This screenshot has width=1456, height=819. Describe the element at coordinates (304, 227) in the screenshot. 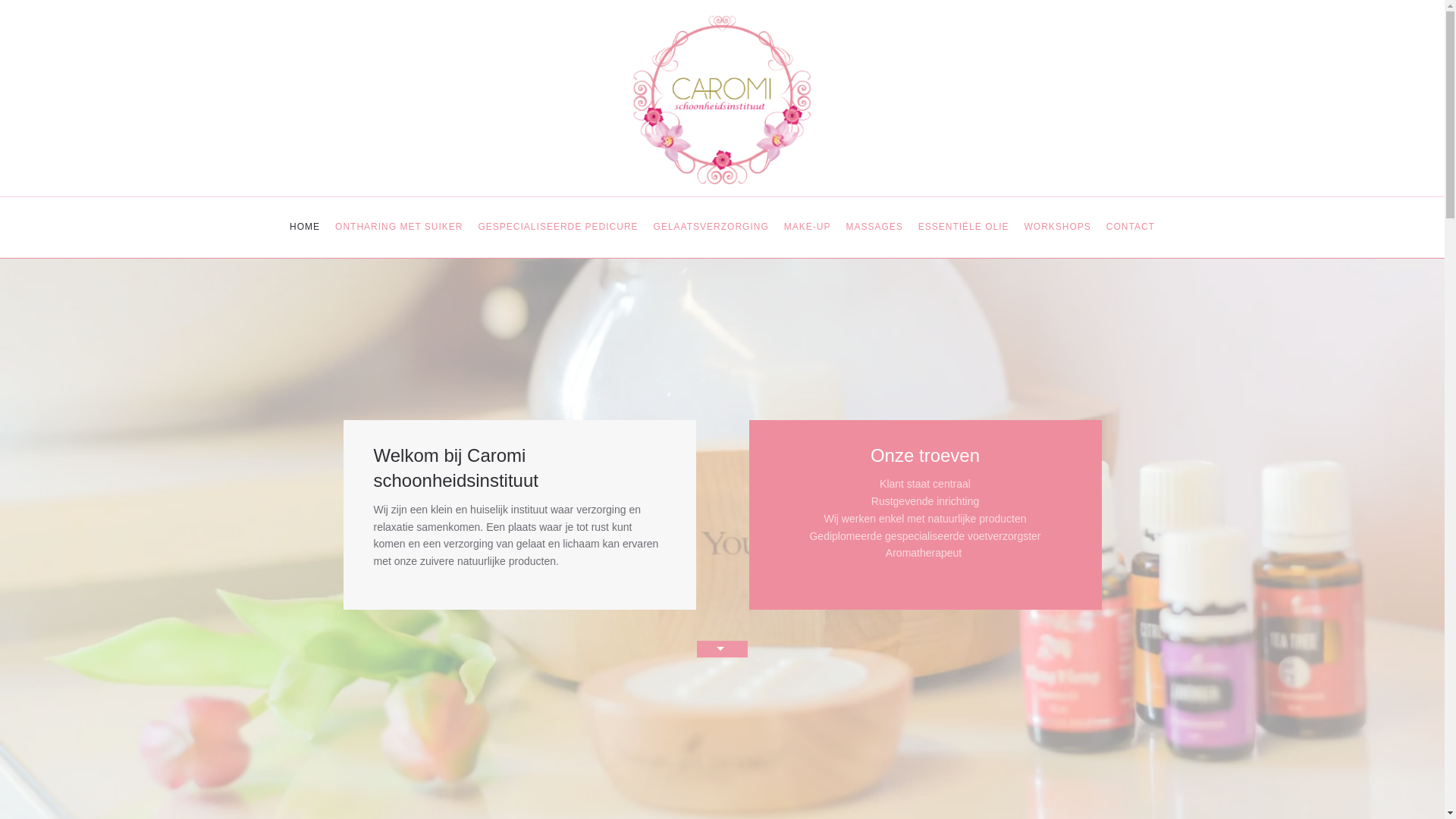

I see `'HOME'` at that location.